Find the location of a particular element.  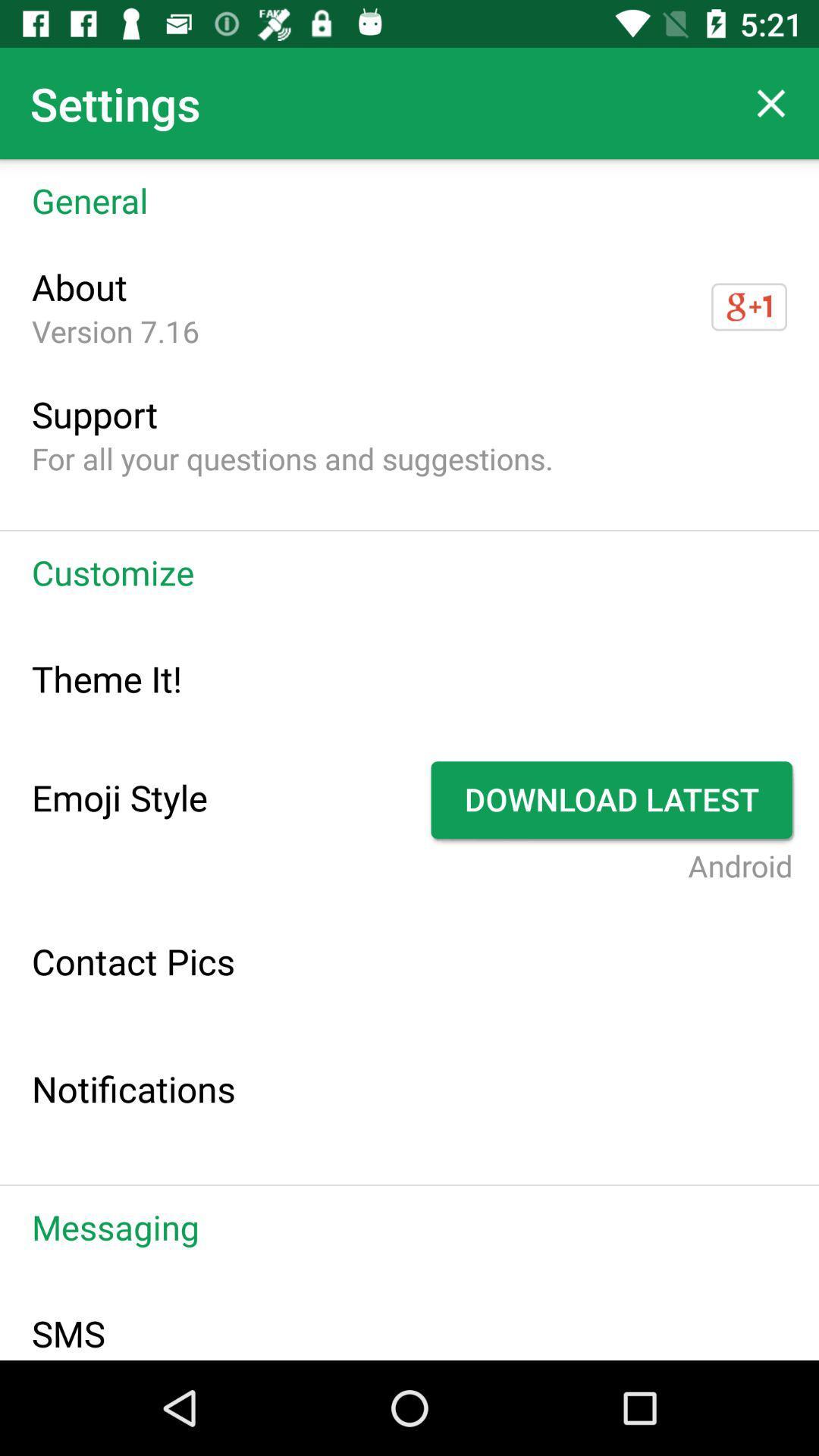

item above general icon is located at coordinates (771, 102).